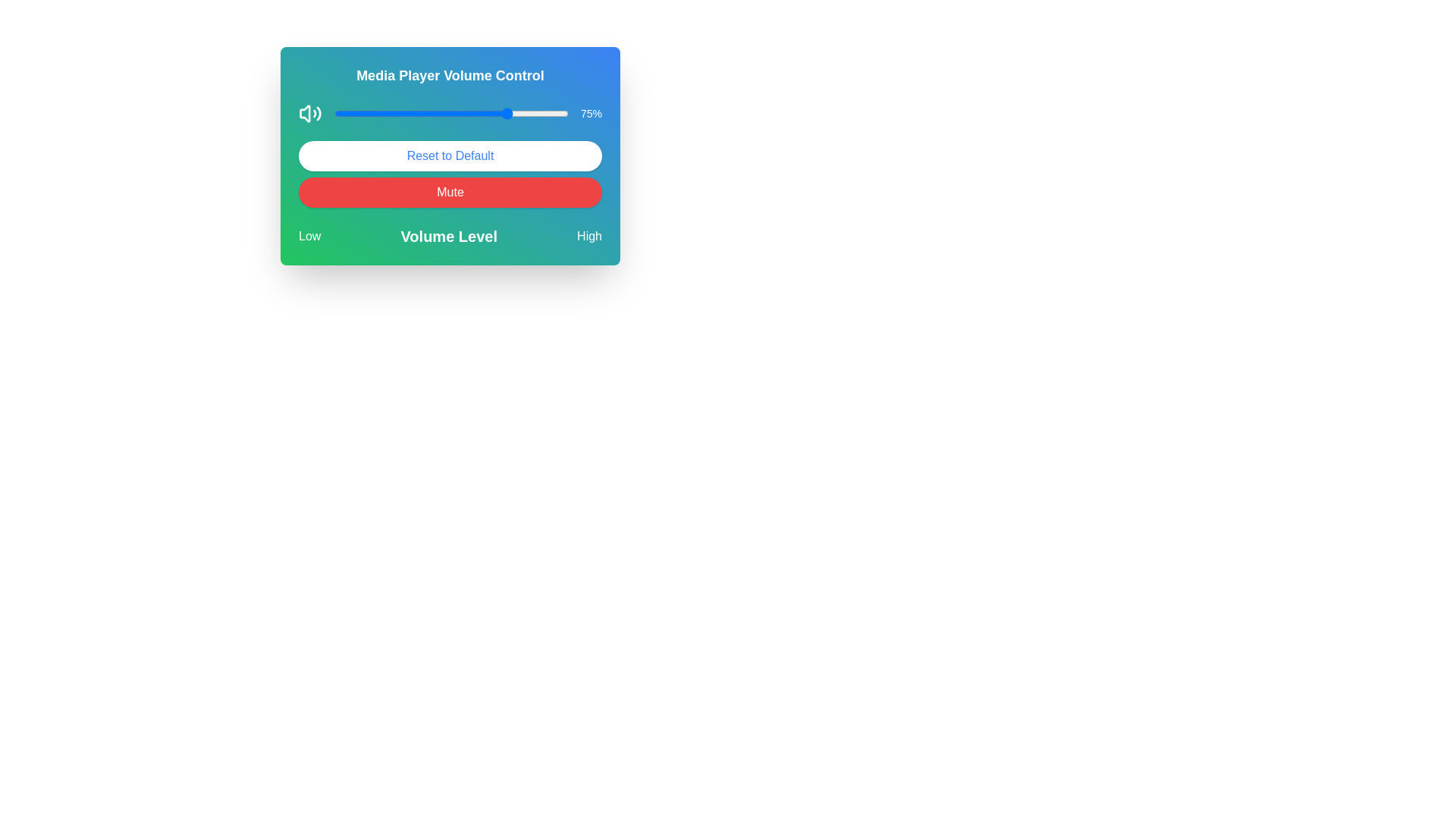 The image size is (1456, 819). I want to click on the 'Volume Level' text label, which is styled in bold white font against a gradient background and positioned centrally between the 'Low' and 'High' labels, so click(448, 237).